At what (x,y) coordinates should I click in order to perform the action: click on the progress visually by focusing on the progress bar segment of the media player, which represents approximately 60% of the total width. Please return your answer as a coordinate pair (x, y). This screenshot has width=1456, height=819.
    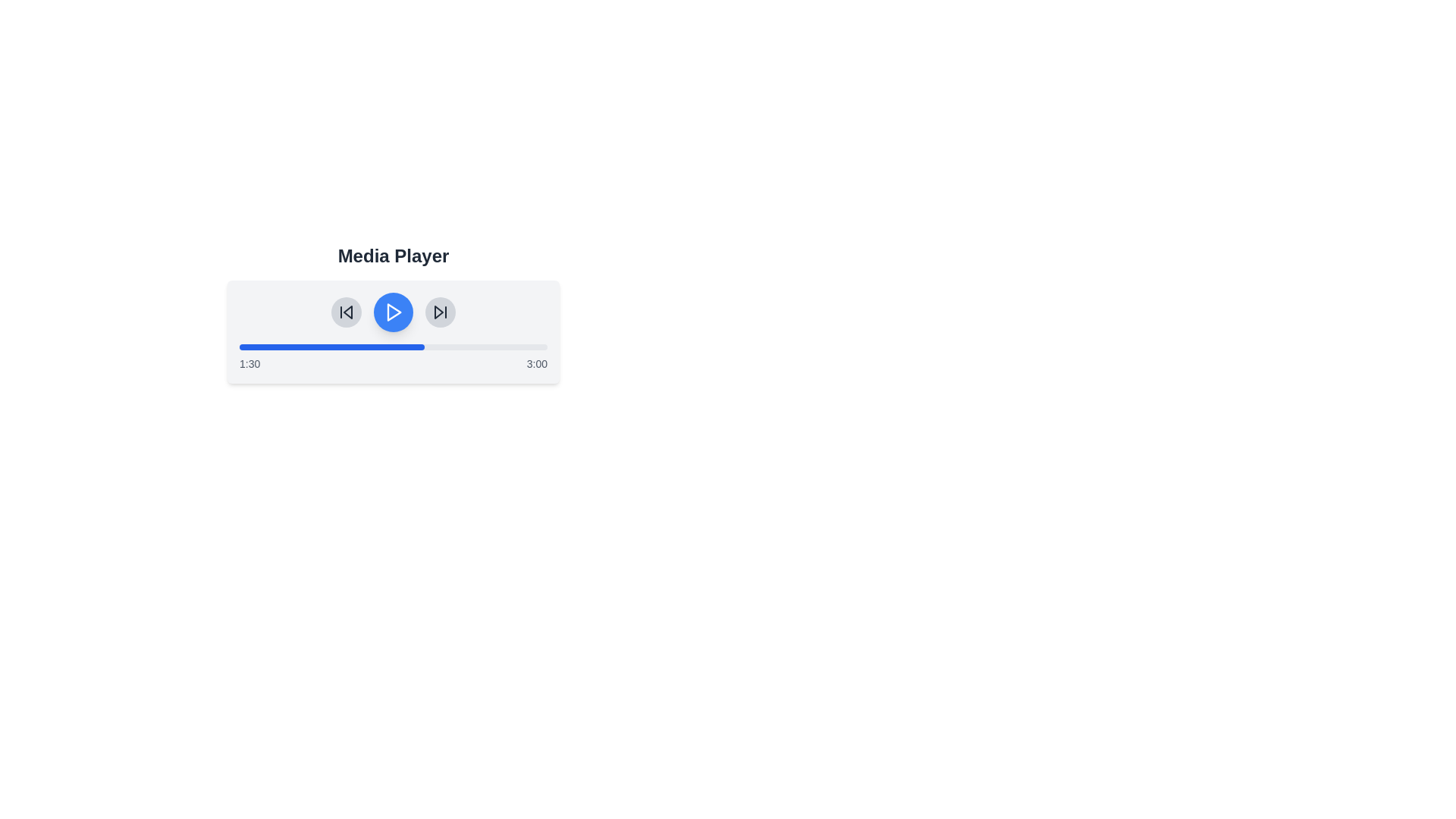
    Looking at the image, I should click on (331, 347).